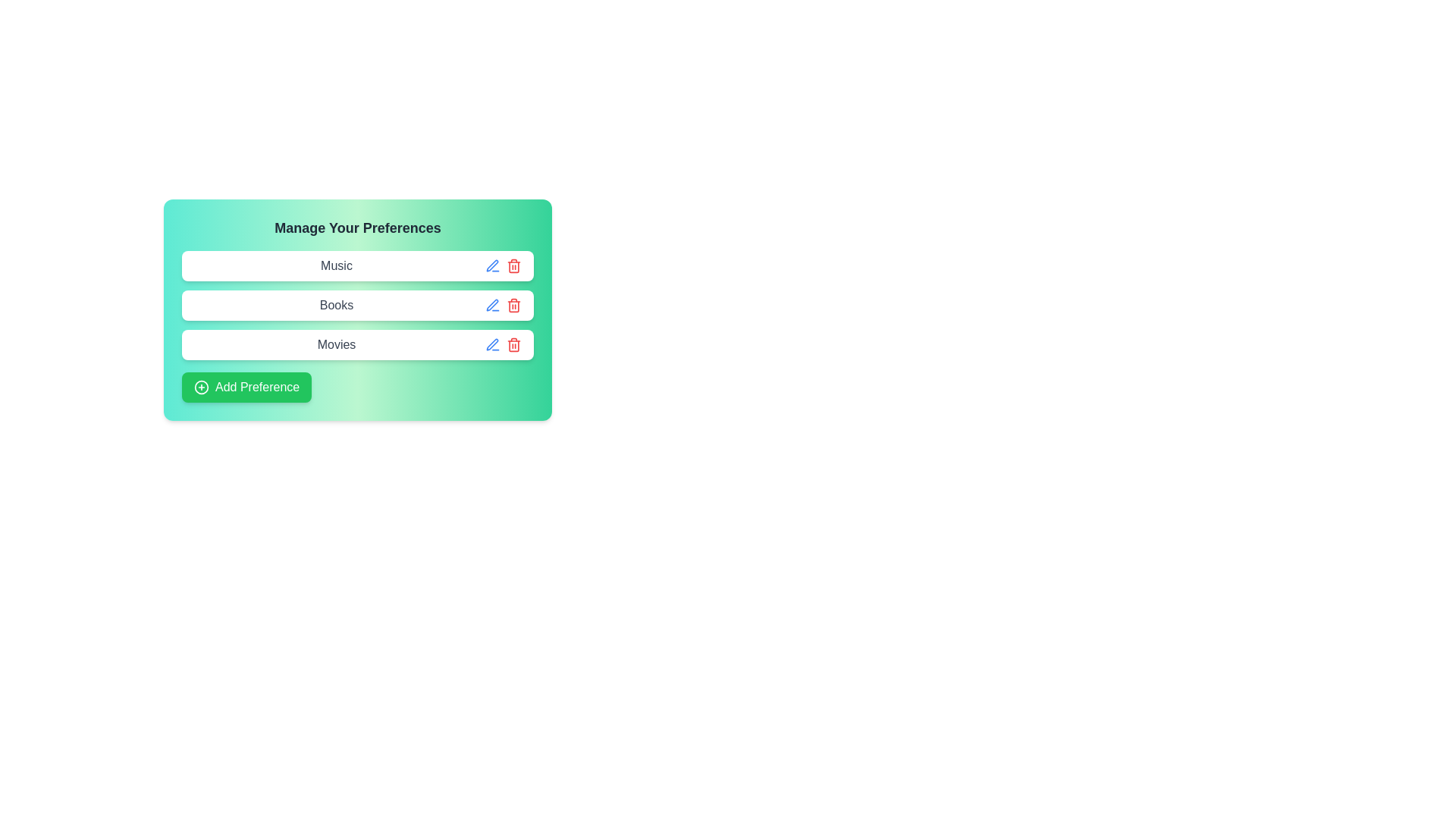 This screenshot has height=819, width=1456. I want to click on the 'Add Preference' button, so click(246, 386).